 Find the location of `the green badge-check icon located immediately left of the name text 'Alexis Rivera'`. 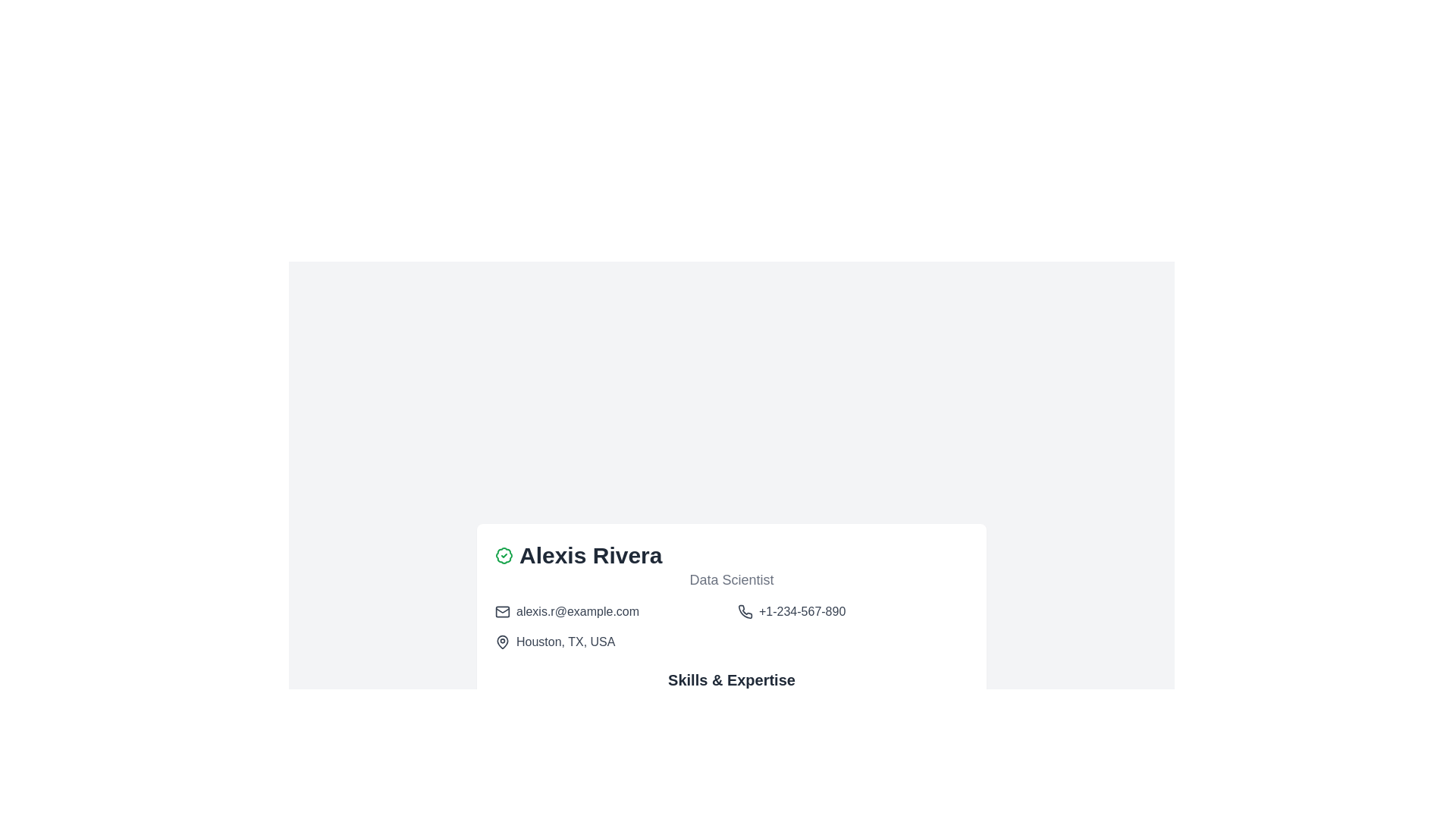

the green badge-check icon located immediately left of the name text 'Alexis Rivera' is located at coordinates (504, 555).